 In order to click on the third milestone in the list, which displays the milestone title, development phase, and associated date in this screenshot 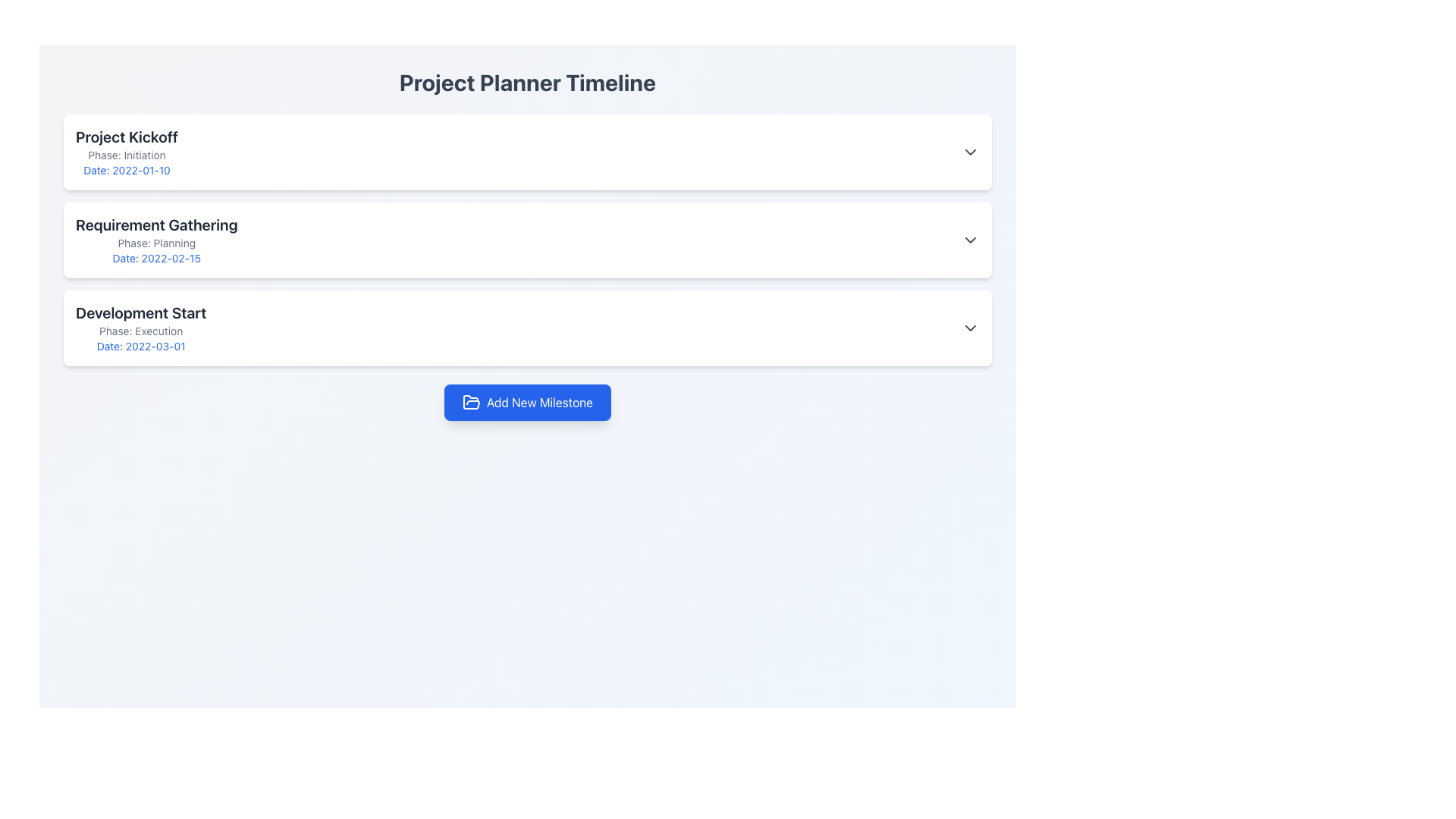, I will do `click(141, 327)`.